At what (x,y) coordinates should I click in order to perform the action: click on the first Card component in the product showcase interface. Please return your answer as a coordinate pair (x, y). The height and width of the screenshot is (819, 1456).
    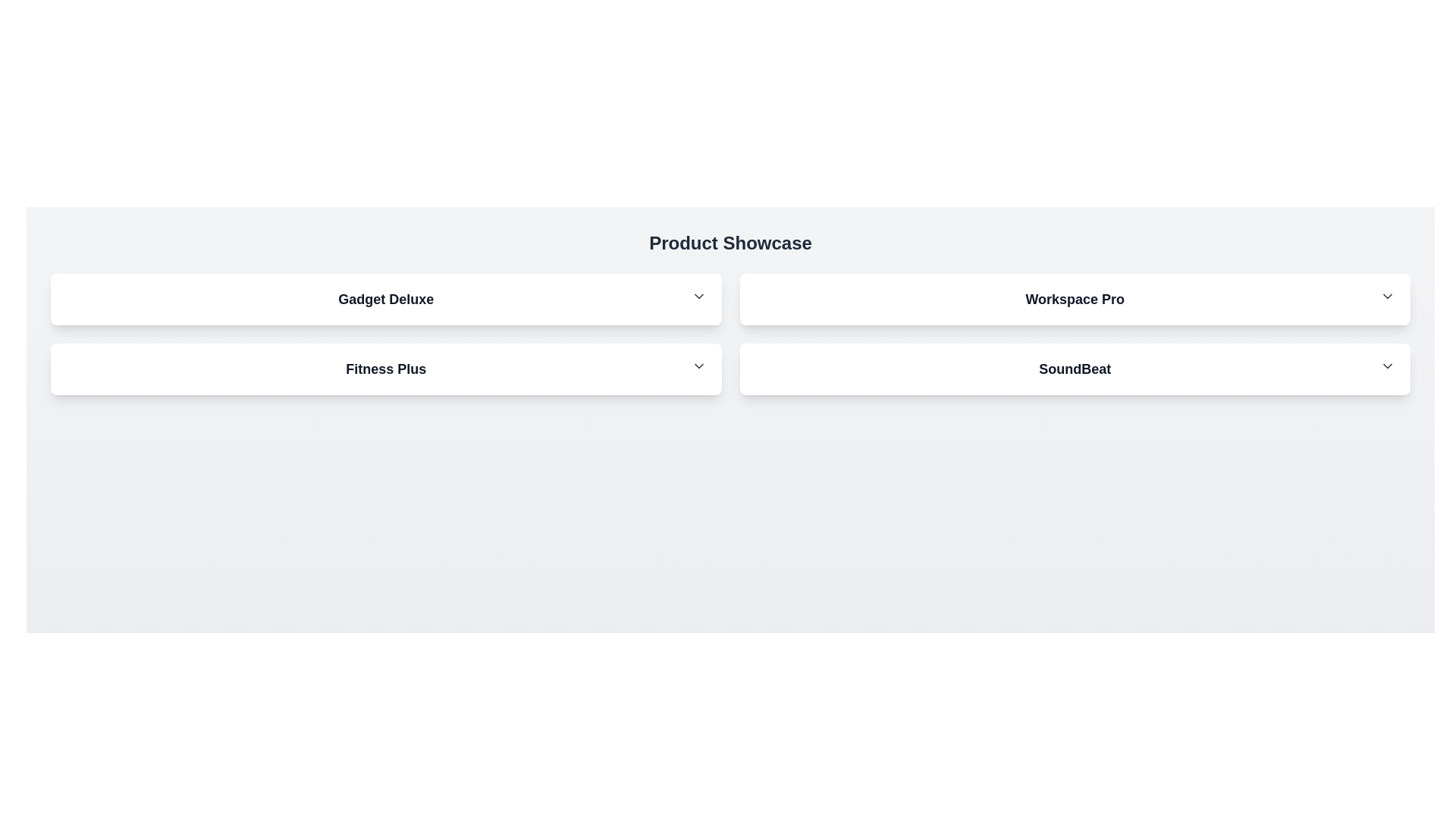
    Looking at the image, I should click on (386, 299).